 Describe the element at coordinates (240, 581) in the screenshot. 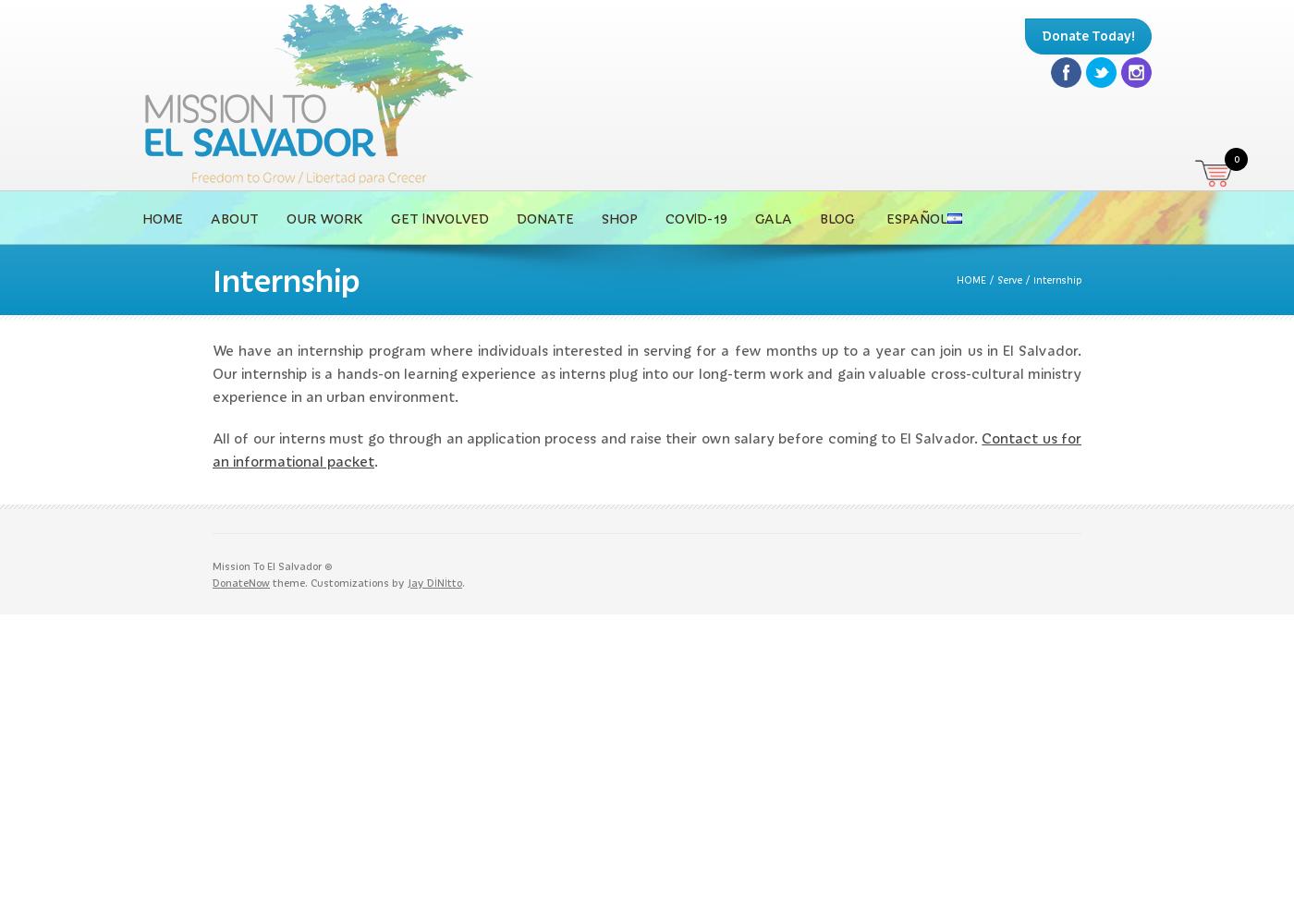

I see `'DonateNow'` at that location.